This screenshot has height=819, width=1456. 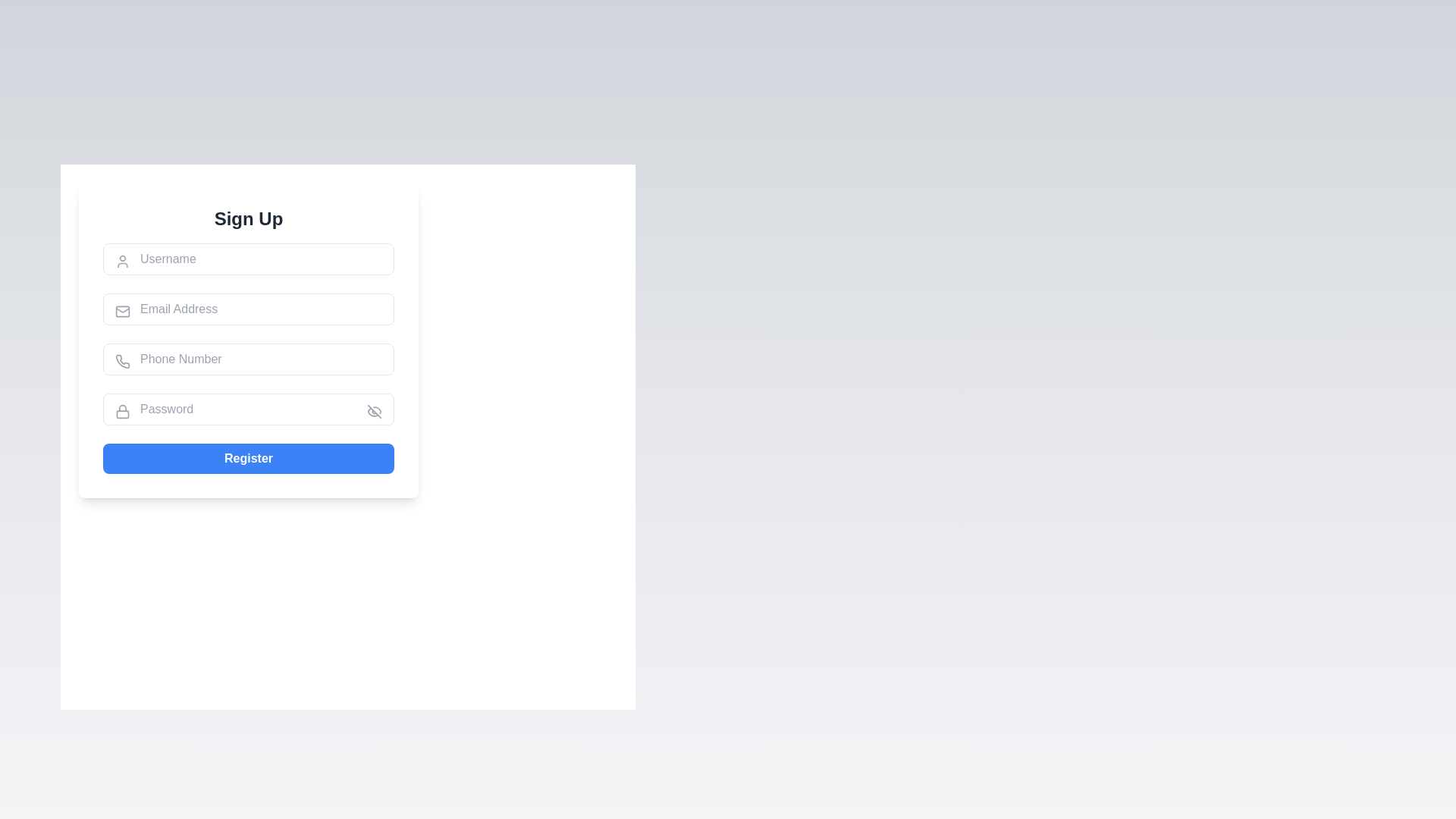 What do you see at coordinates (123, 361) in the screenshot?
I see `SVG properties of the small phone icon located within the 'Phone Number' input field, positioned to the left inside the text input area` at bounding box center [123, 361].